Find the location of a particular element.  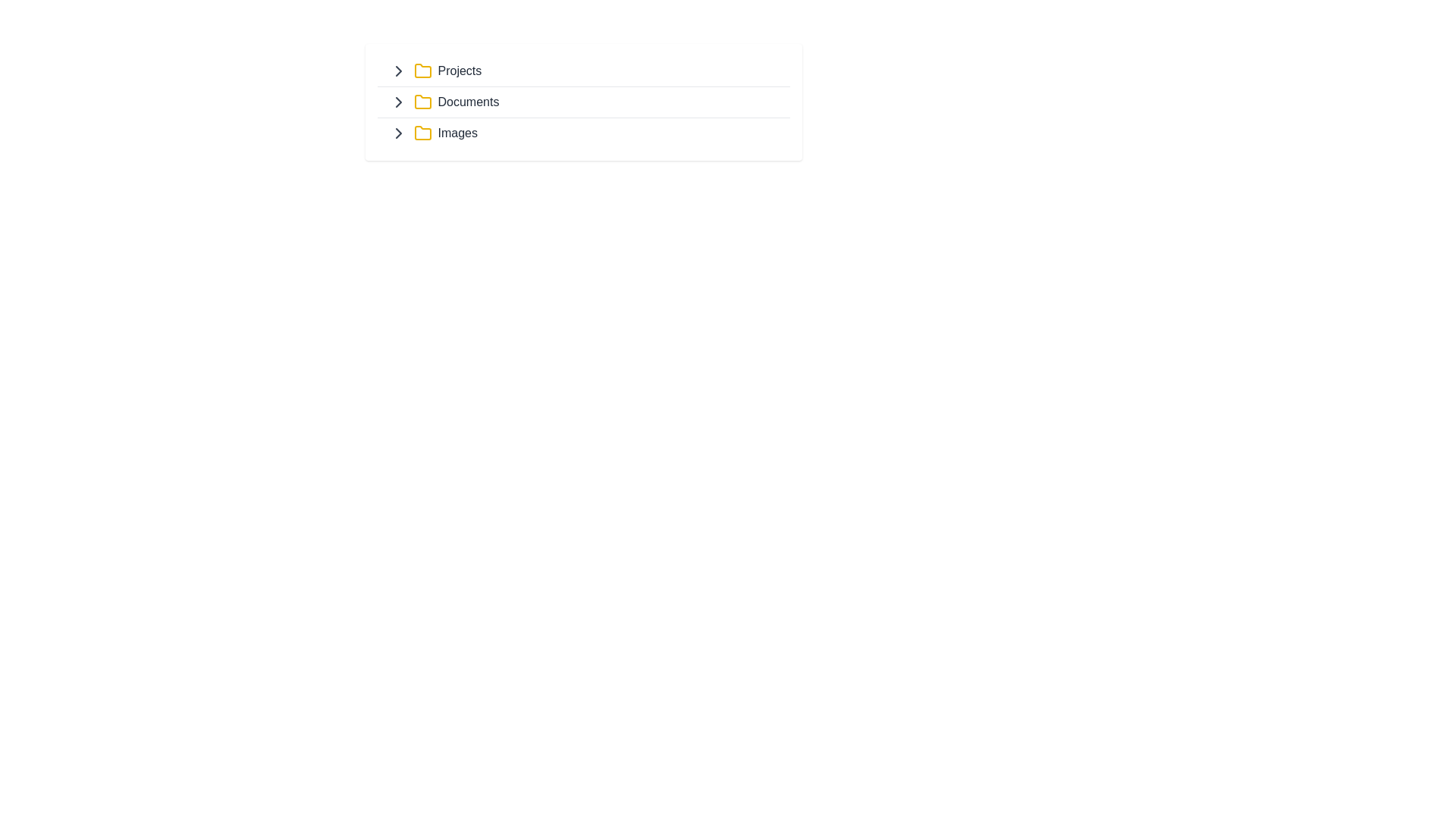

the yellow folder icon with rounded corners located next to the text 'Images', which is the third icon in a vertical list of three is located at coordinates (422, 133).